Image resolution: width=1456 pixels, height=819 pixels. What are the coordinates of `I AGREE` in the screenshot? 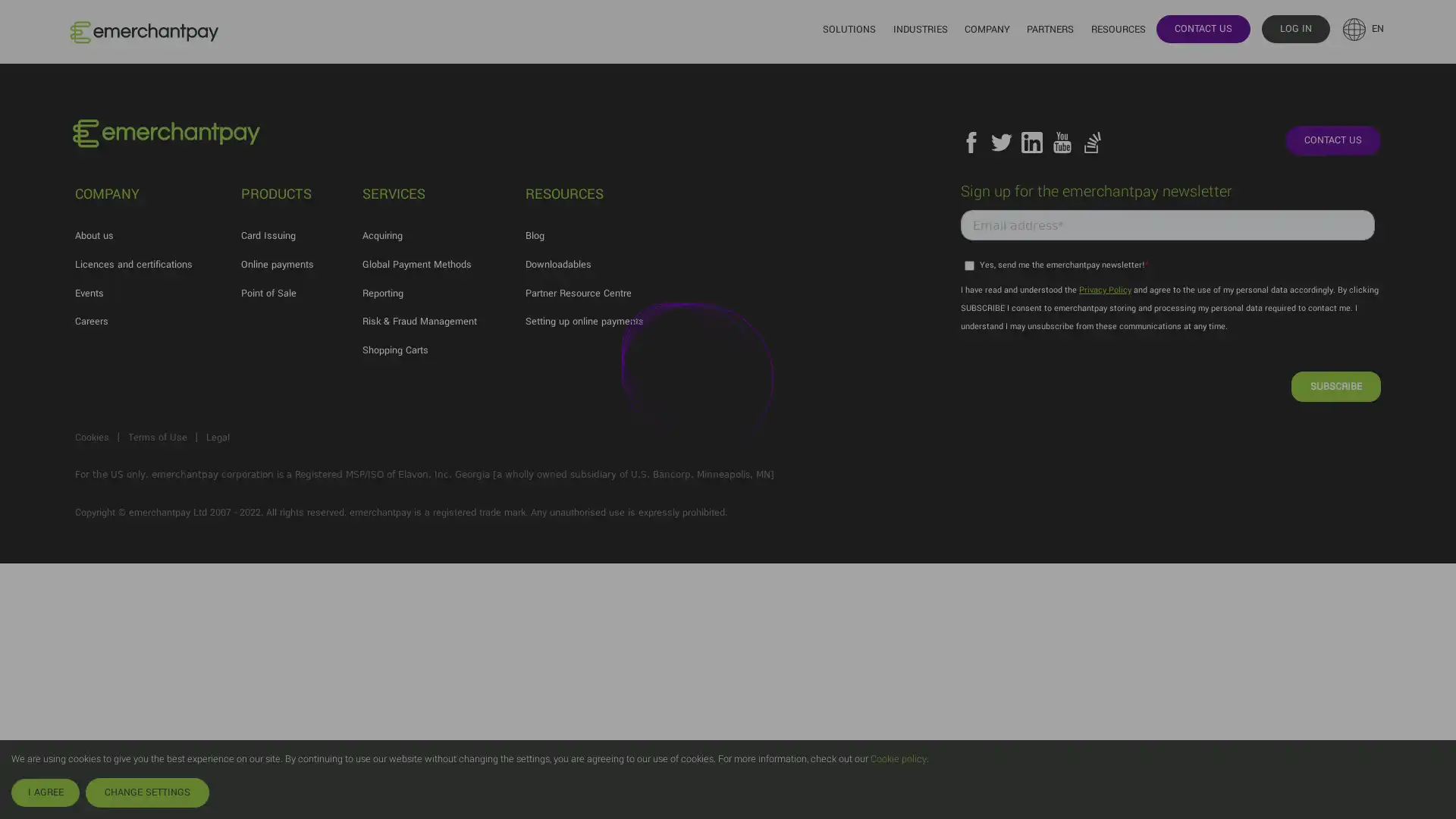 It's located at (45, 792).